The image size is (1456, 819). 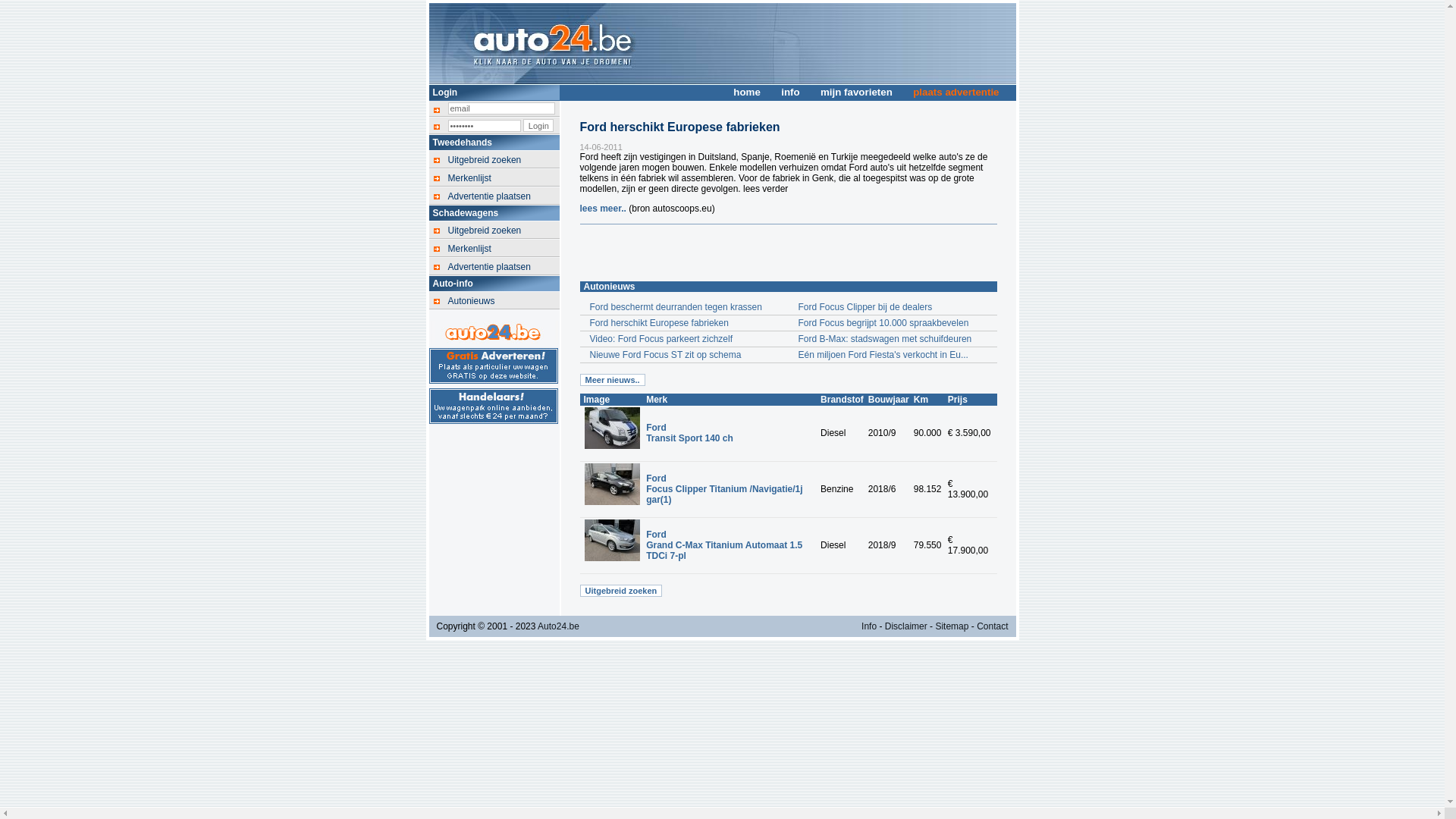 I want to click on 'Disclaimer', so click(x=884, y=626).